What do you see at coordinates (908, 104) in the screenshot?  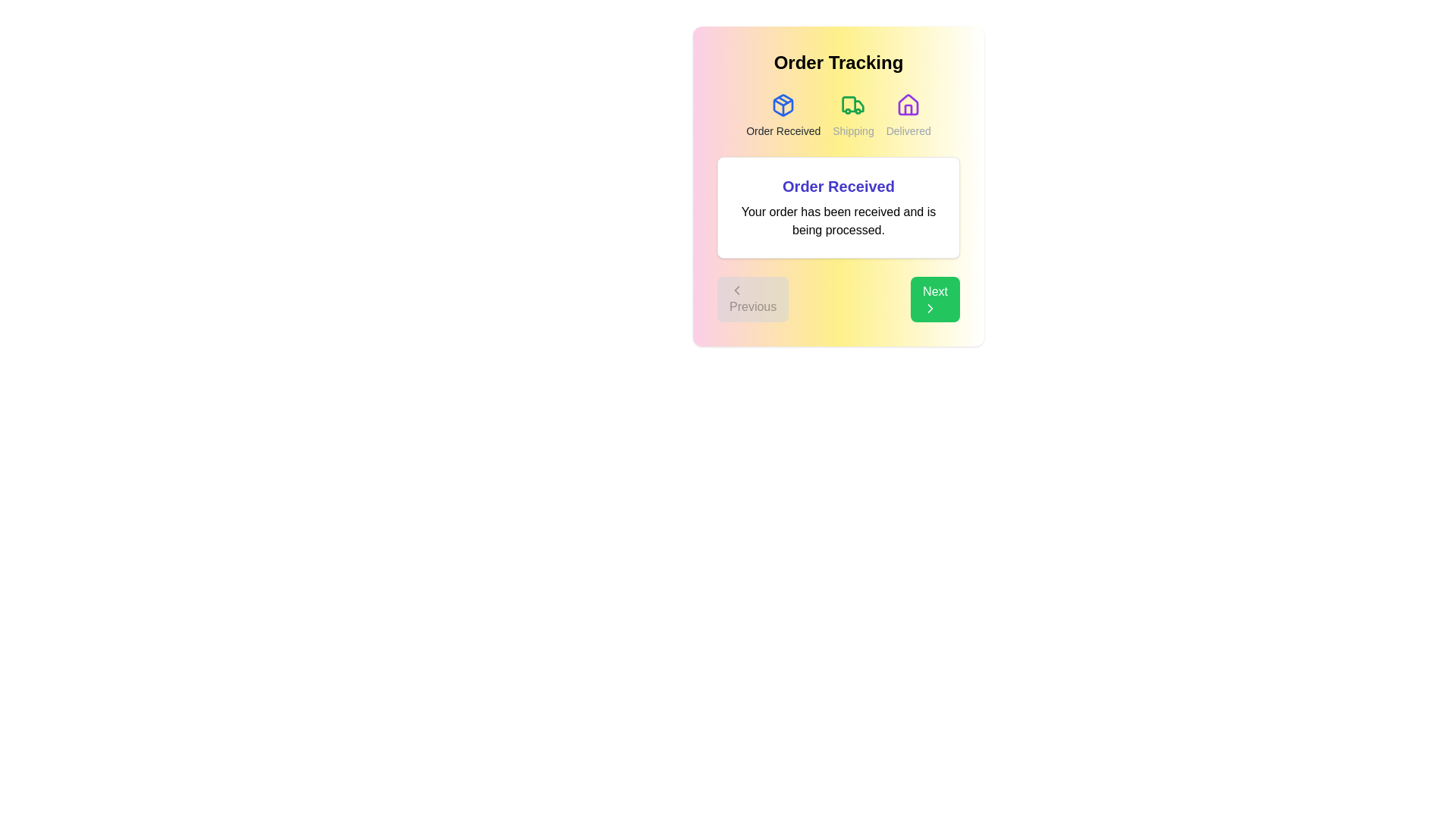 I see `the icon for the Delivered step in the order tracking process` at bounding box center [908, 104].